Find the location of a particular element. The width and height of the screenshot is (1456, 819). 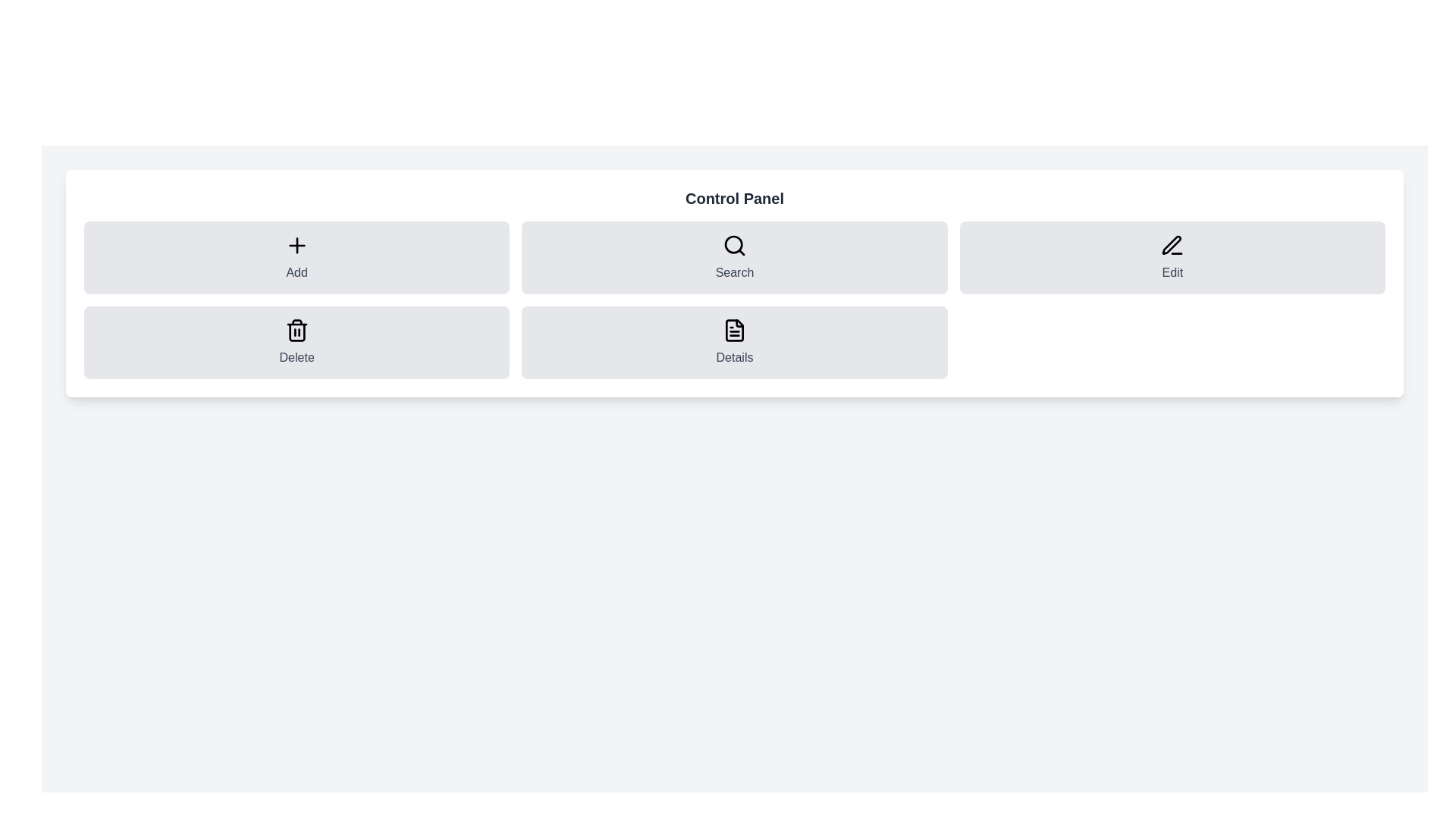

the 'Search' text label, which is styled with medium weight and gray color, located below the search icon in the top row center of the grid layout is located at coordinates (735, 271).